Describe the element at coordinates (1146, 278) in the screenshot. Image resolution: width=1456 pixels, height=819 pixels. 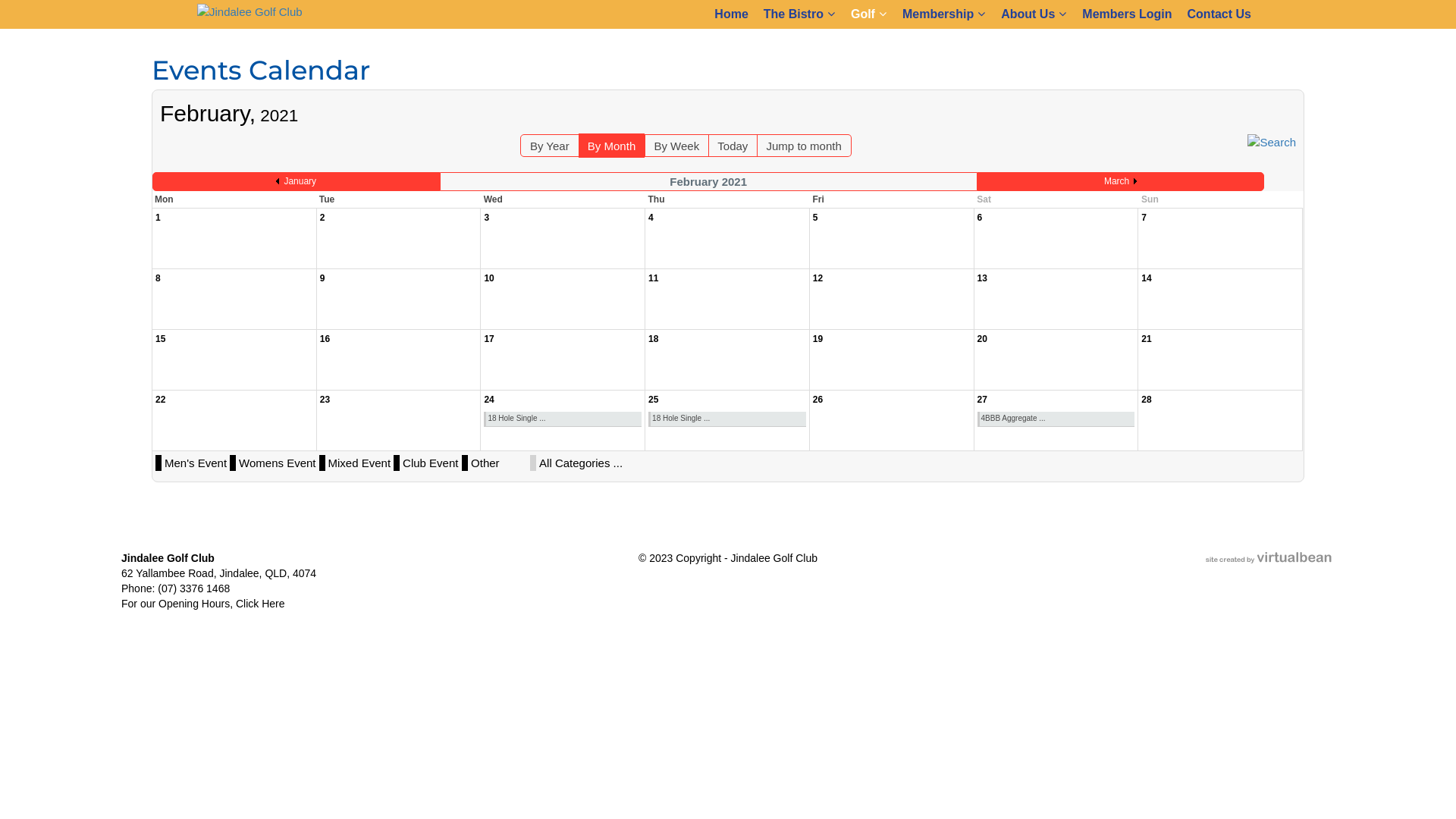
I see `'14'` at that location.